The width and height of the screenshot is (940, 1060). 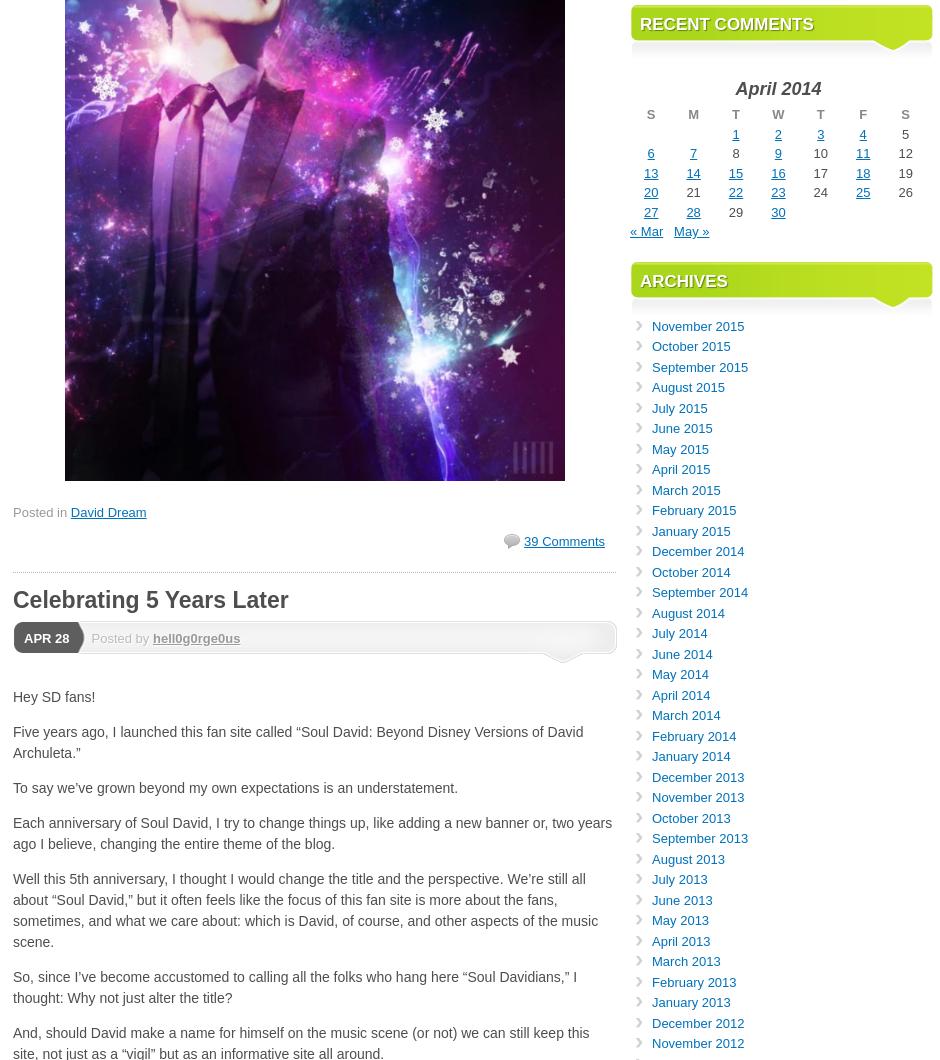 What do you see at coordinates (735, 171) in the screenshot?
I see `'15'` at bounding box center [735, 171].